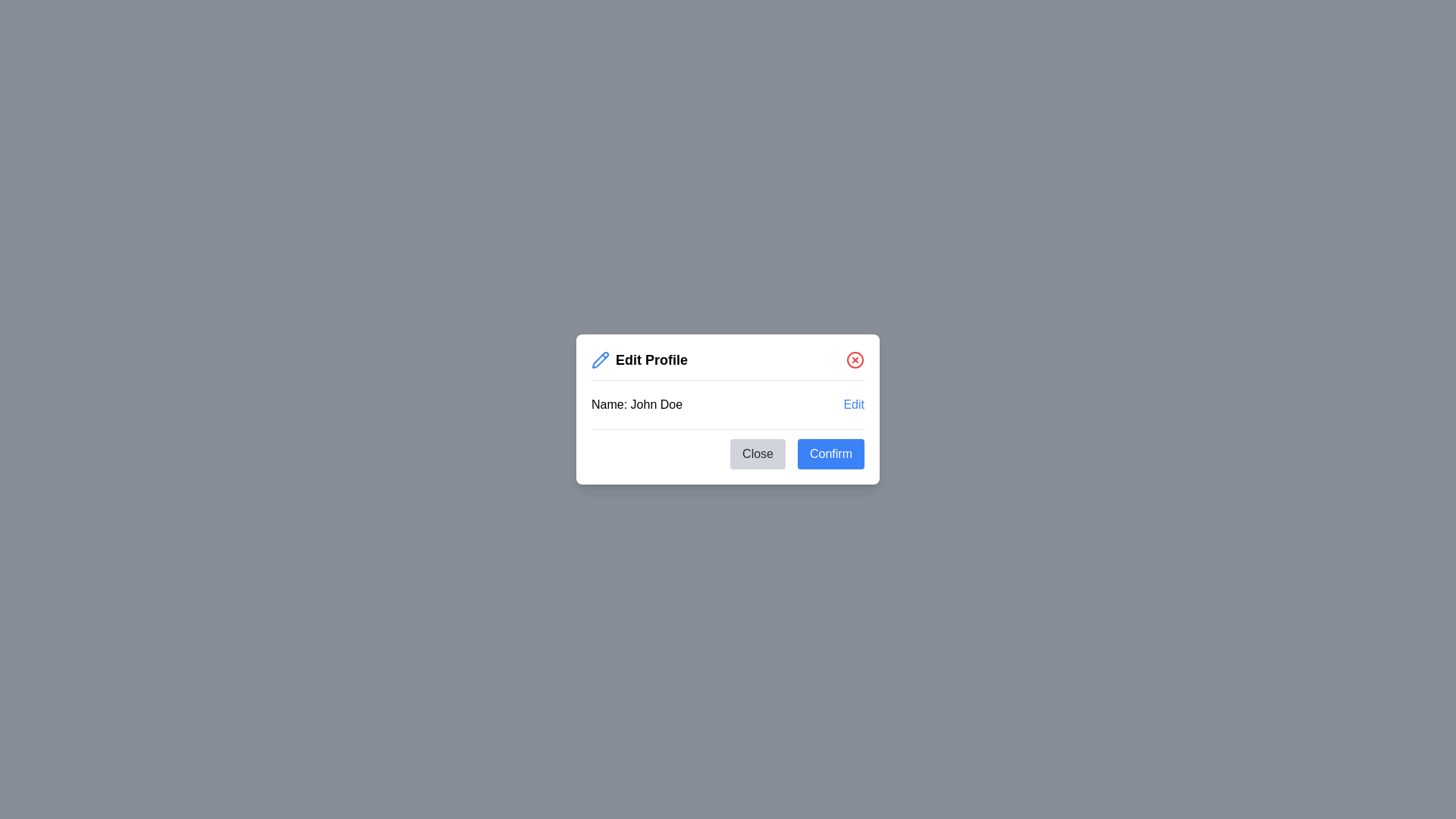 Image resolution: width=1456 pixels, height=819 pixels. What do you see at coordinates (600, 359) in the screenshot?
I see `the edit icon located to the left of the 'Edit Profile' title text in the modal header` at bounding box center [600, 359].